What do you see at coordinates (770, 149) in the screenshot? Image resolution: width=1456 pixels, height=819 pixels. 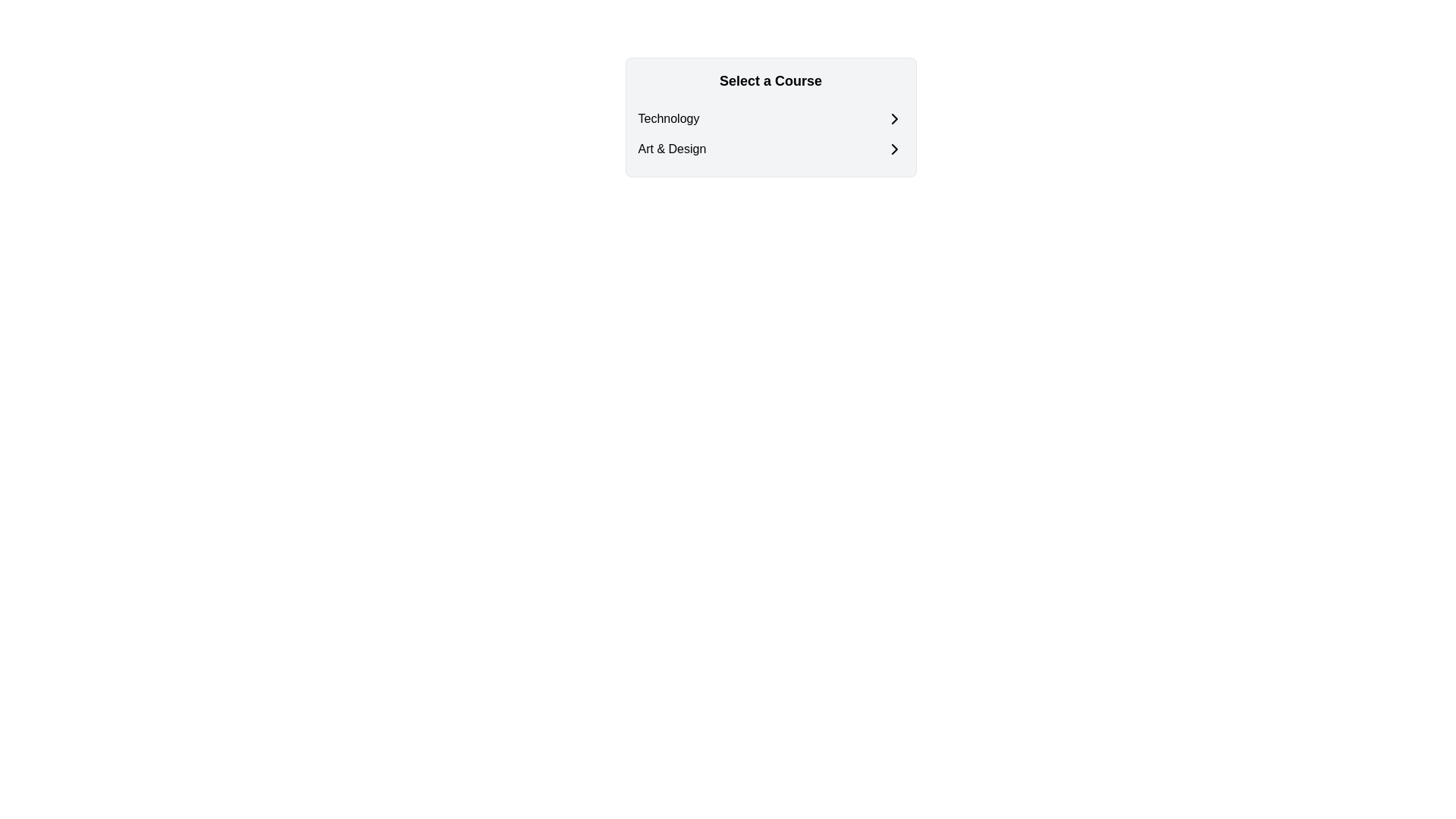 I see `the 'Art & Design' option list item` at bounding box center [770, 149].